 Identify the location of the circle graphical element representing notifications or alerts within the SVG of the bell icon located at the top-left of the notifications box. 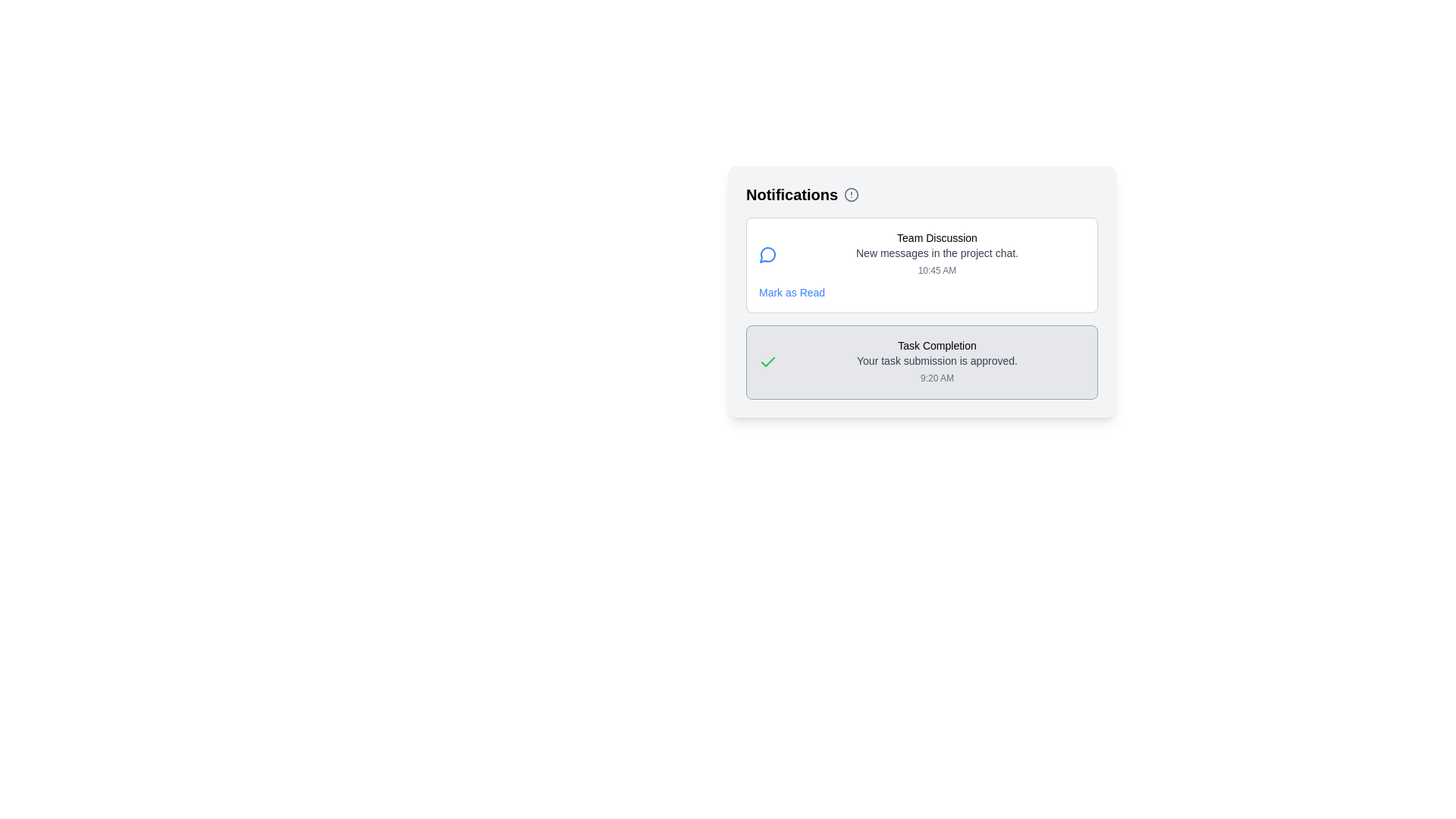
(852, 194).